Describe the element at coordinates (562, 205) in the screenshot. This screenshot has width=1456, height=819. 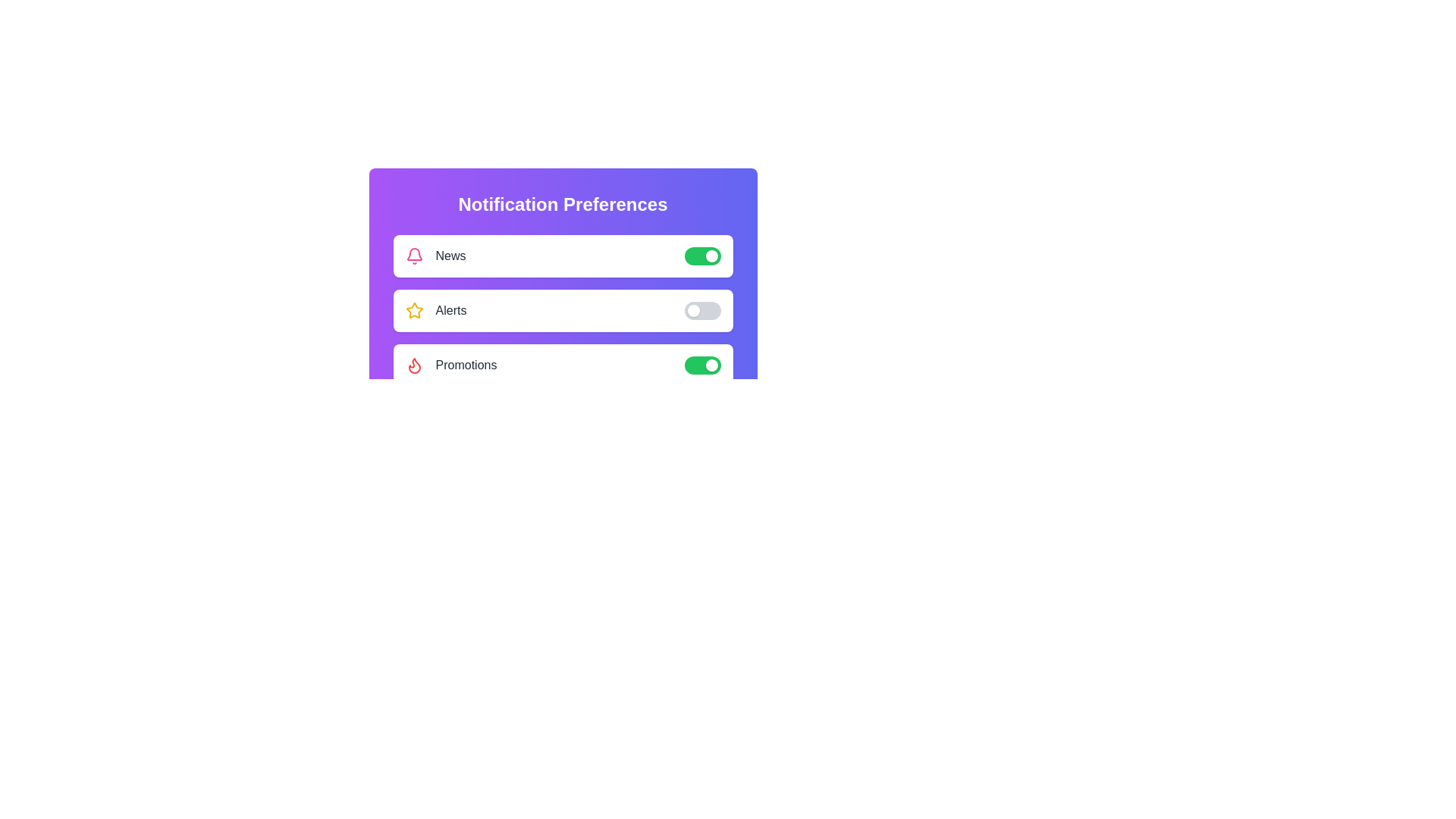
I see `the text Notification Preferences in the component` at that location.